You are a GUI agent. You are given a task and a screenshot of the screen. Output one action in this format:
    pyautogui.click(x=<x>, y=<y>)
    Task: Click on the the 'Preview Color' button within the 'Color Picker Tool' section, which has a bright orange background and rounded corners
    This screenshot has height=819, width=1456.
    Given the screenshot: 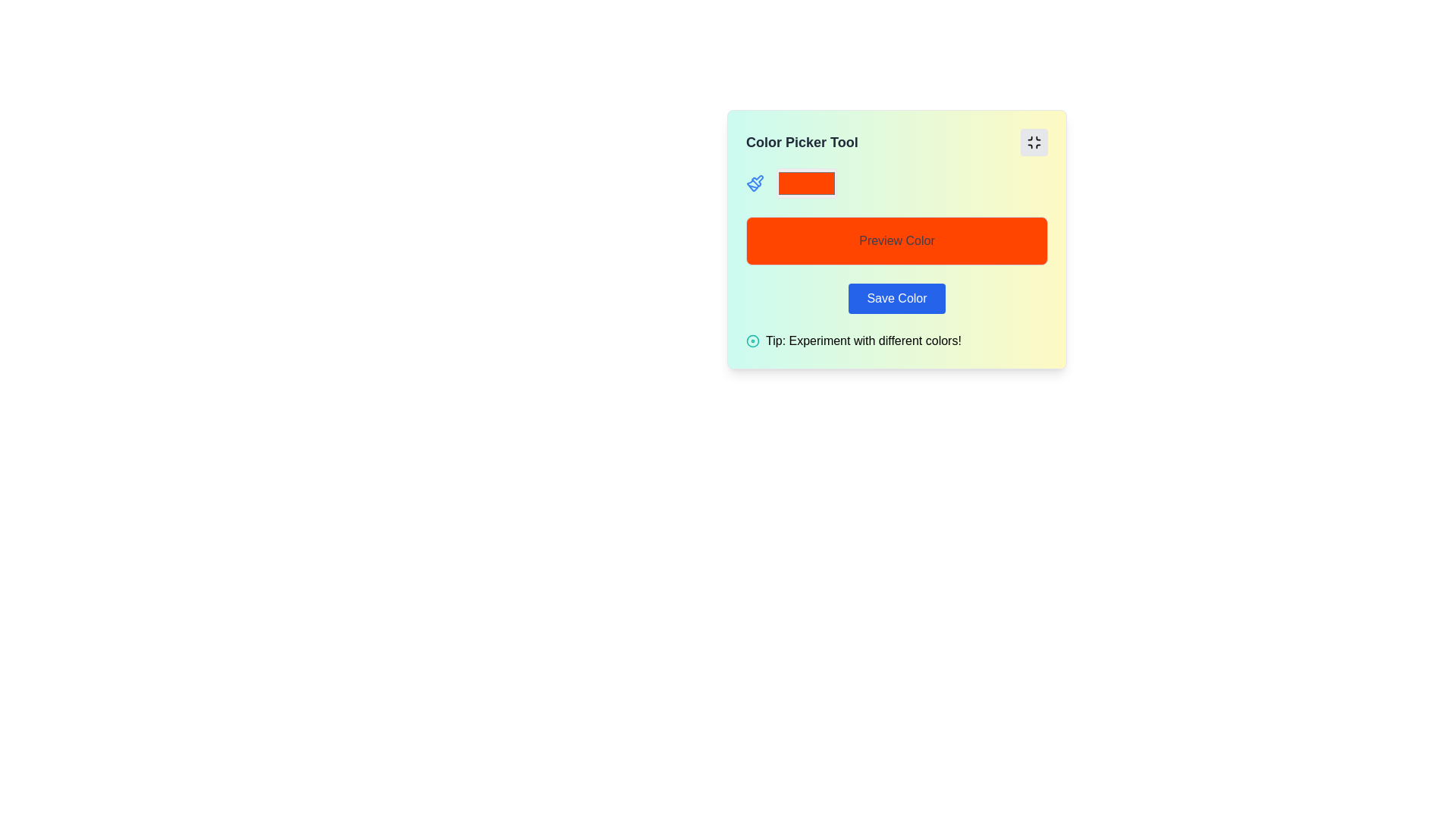 What is the action you would take?
    pyautogui.click(x=896, y=240)
    